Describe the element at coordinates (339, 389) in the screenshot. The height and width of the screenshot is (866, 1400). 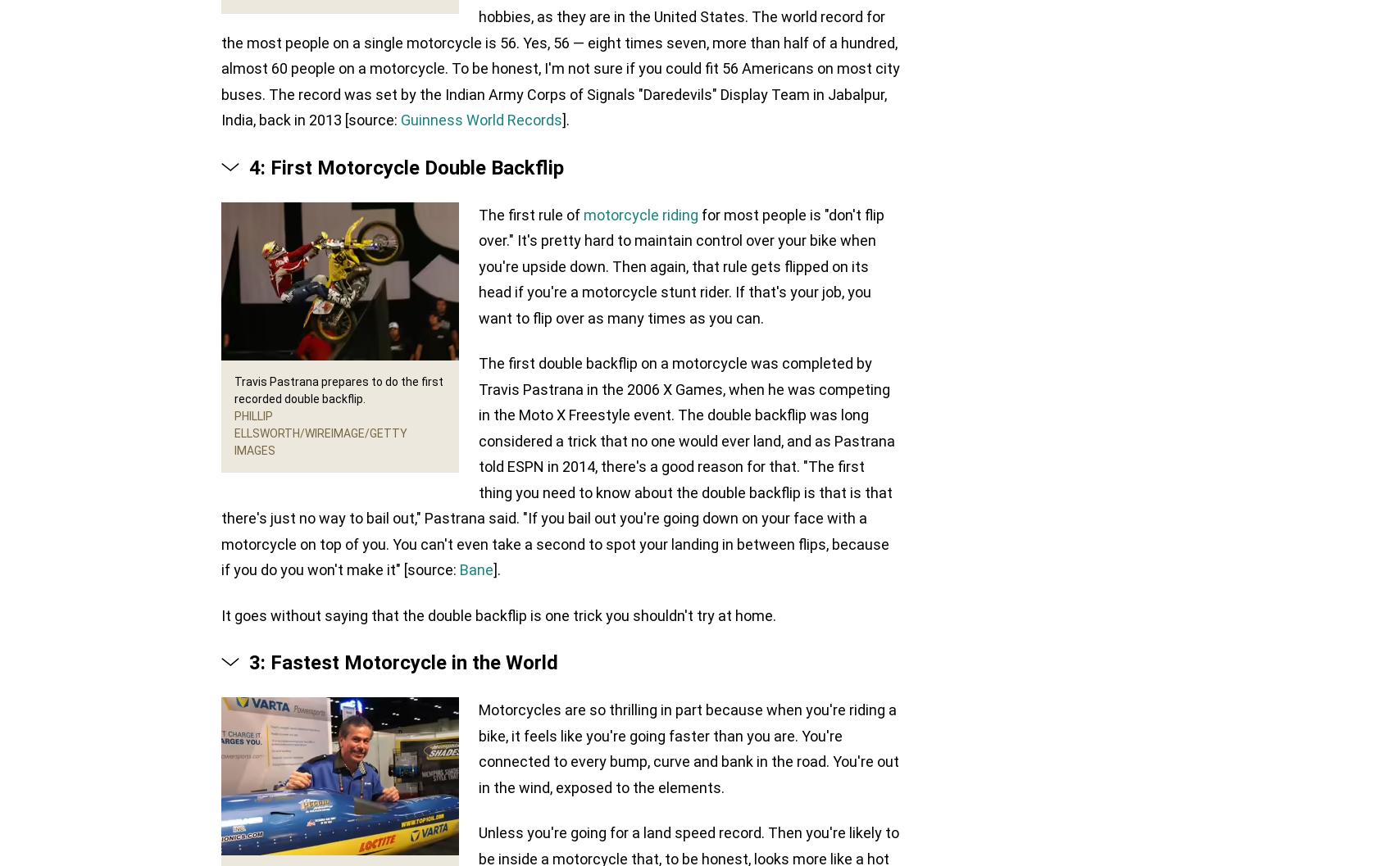
I see `'Travis Pastrana prepares to do the first recorded double backflip.'` at that location.